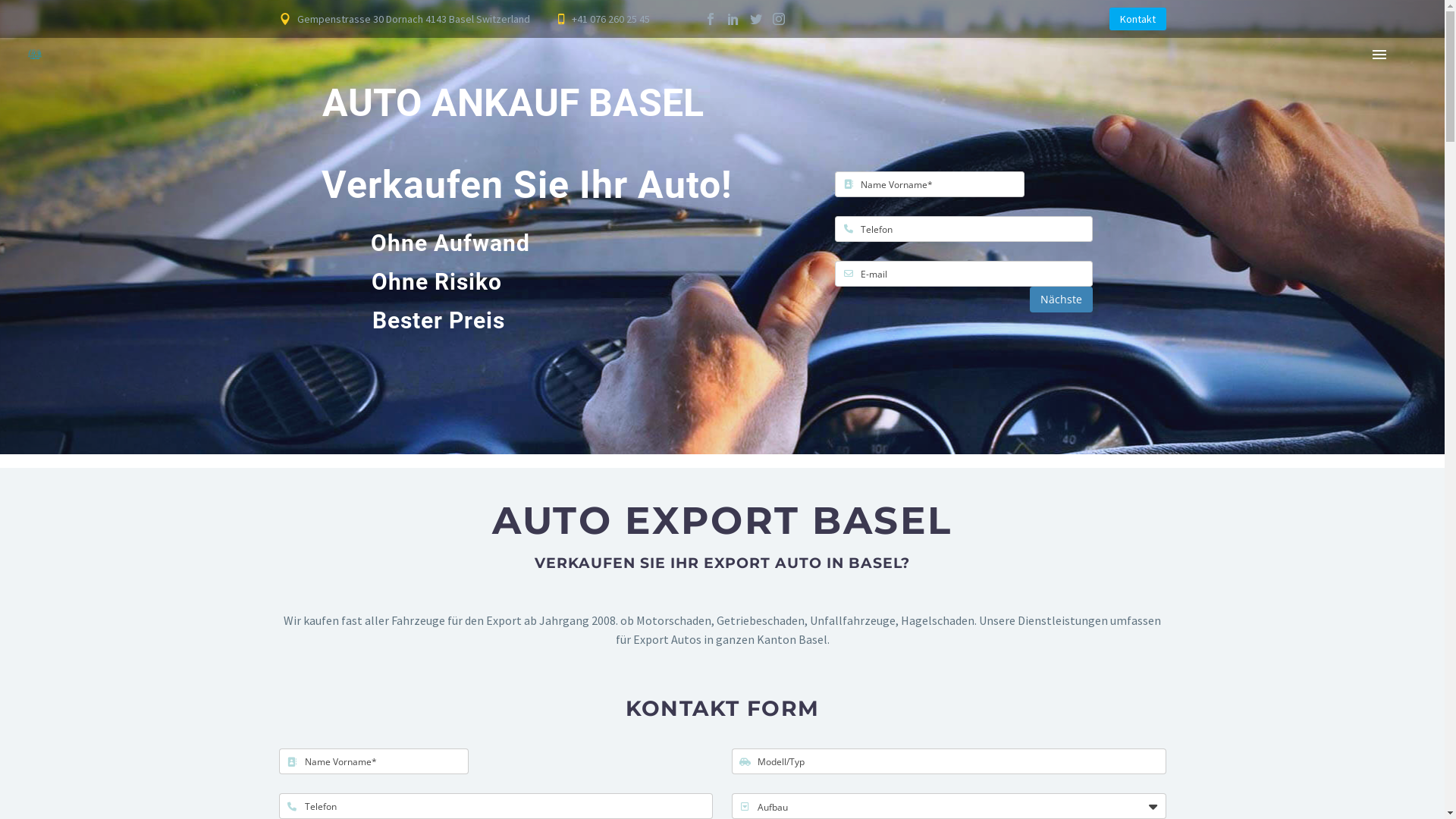 Image resolution: width=1456 pixels, height=819 pixels. Describe the element at coordinates (779, 18) in the screenshot. I see `'Instagram'` at that location.